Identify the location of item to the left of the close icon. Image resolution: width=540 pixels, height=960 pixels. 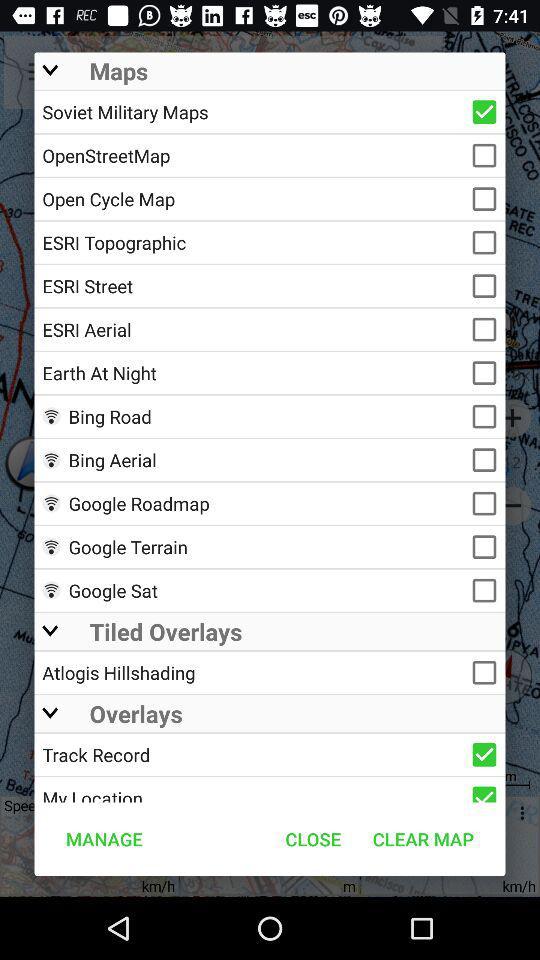
(104, 839).